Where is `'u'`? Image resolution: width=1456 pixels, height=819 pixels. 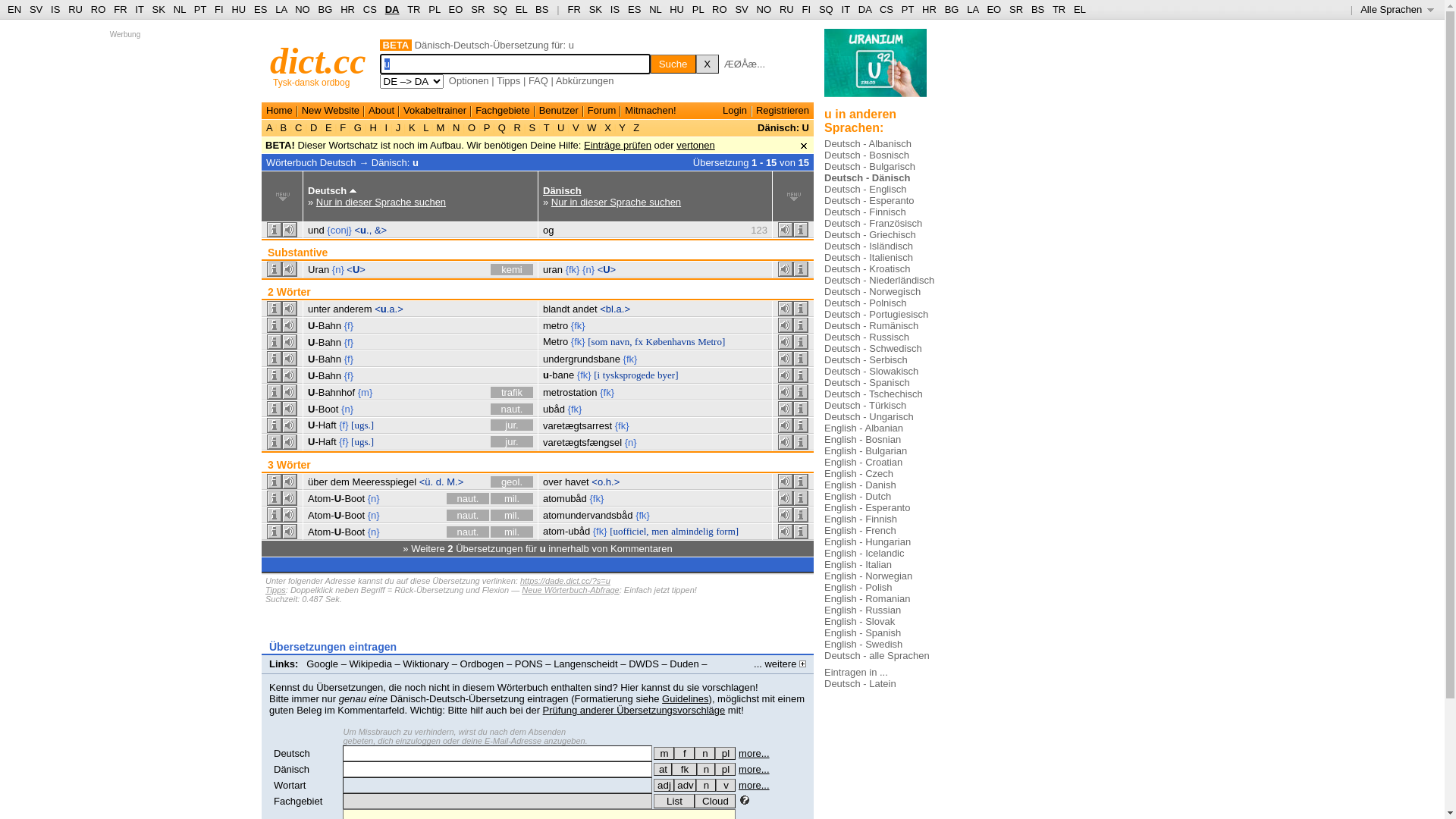 'u' is located at coordinates (415, 162).